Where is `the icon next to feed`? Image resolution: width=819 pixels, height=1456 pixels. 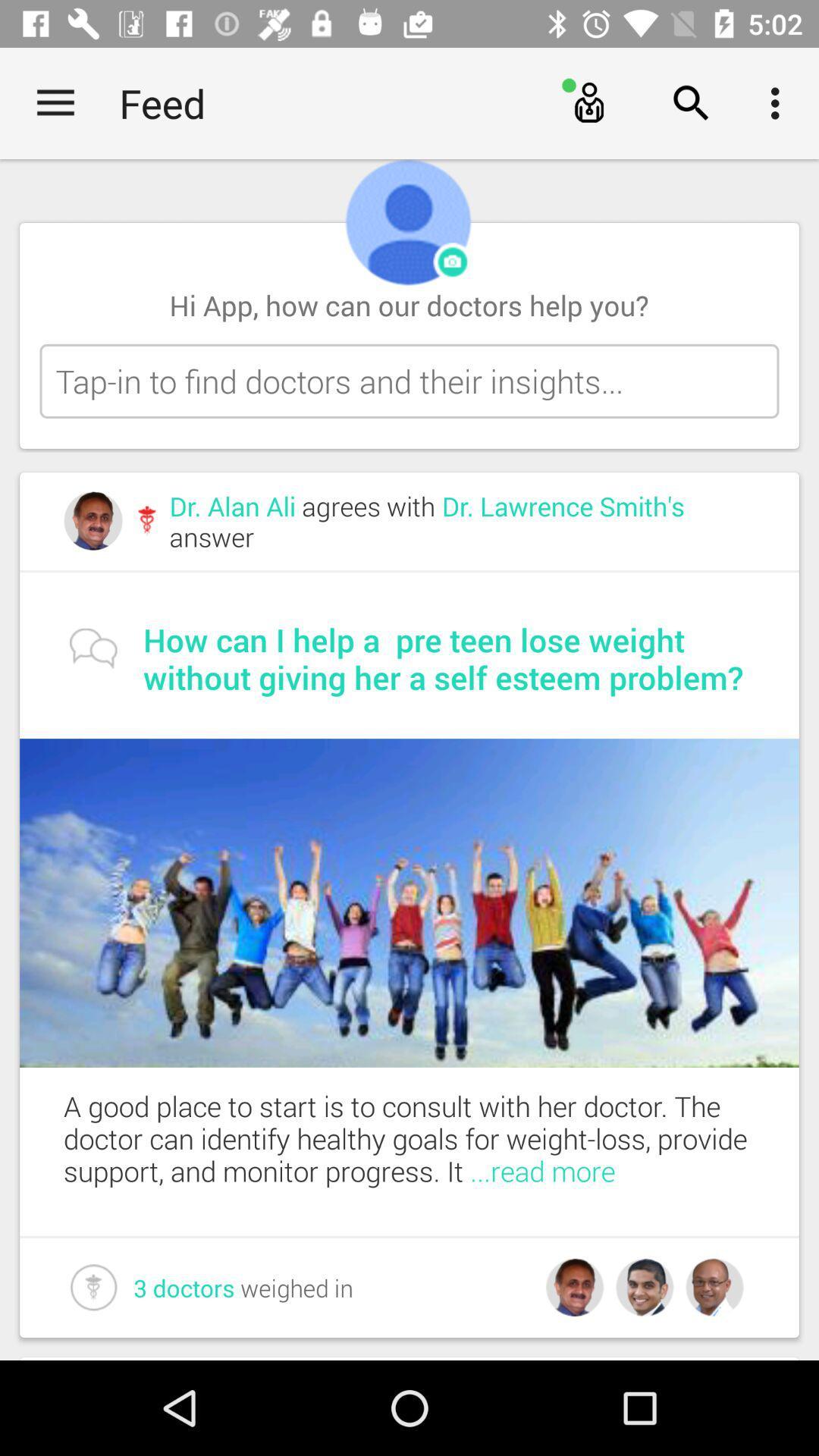 the icon next to feed is located at coordinates (55, 102).